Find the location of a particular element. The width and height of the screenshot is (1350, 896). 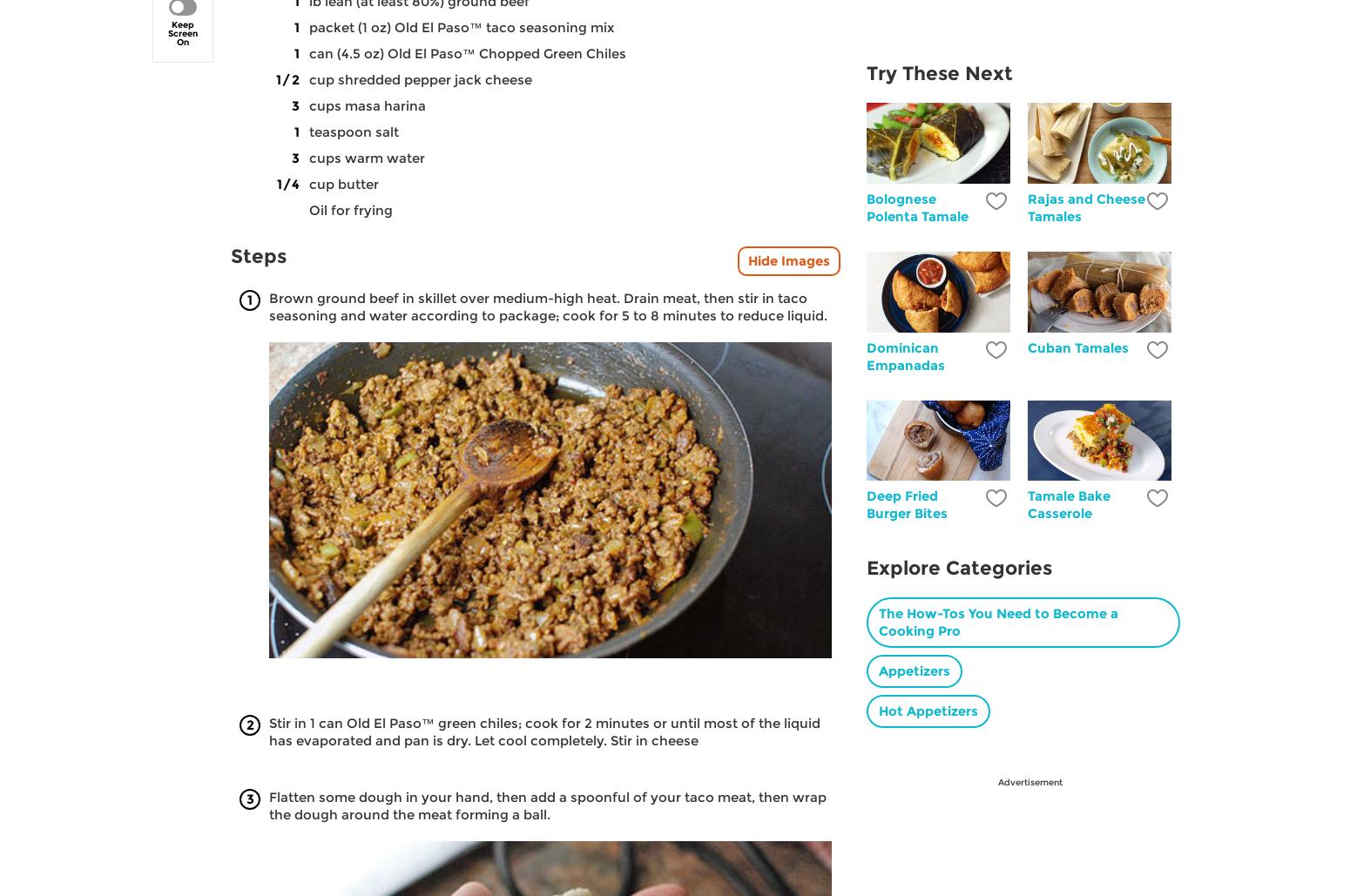

'Rajas and Cheese Tamales' is located at coordinates (1085, 205).